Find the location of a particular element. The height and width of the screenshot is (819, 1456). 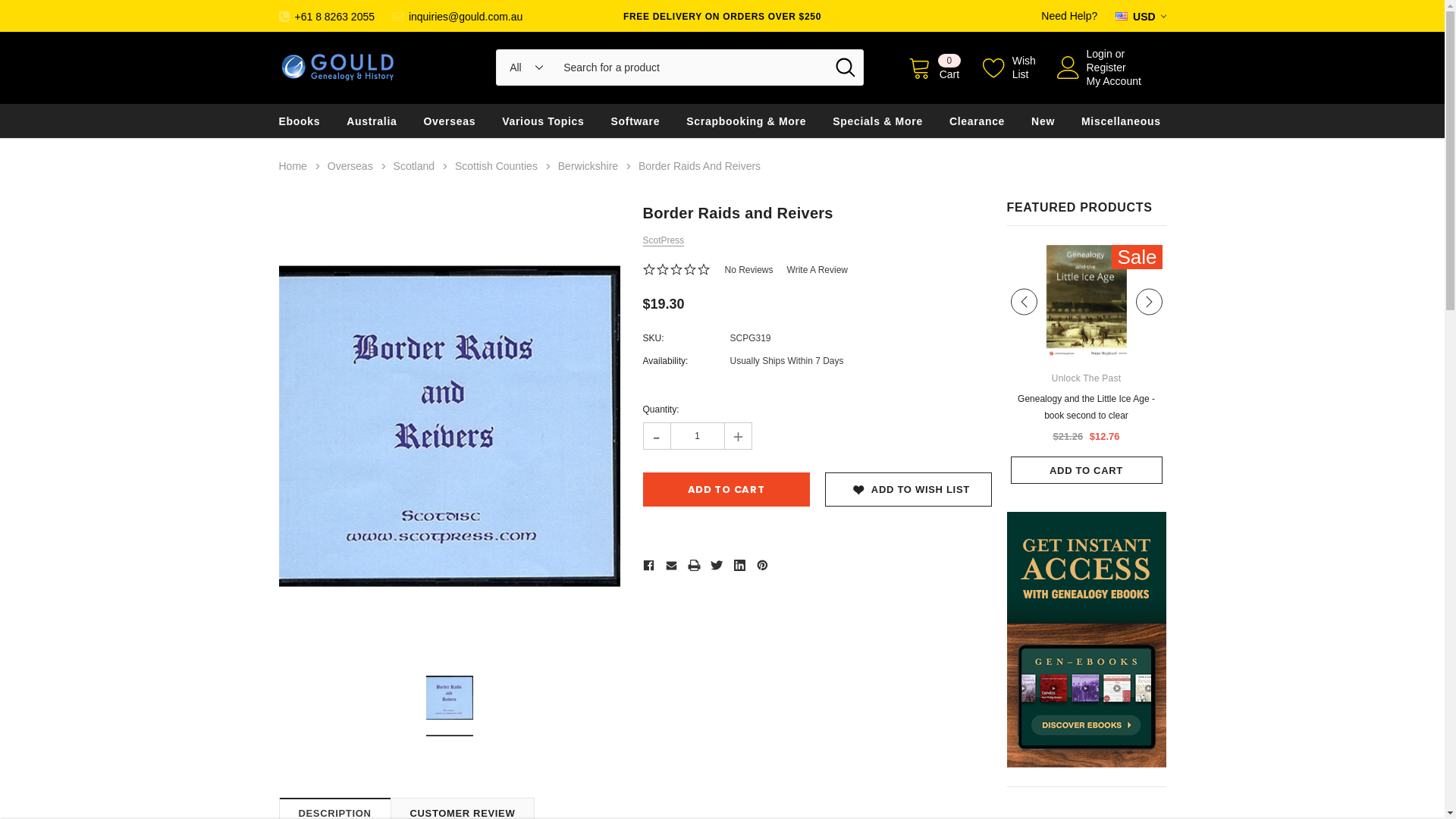

'New' is located at coordinates (1031, 120).